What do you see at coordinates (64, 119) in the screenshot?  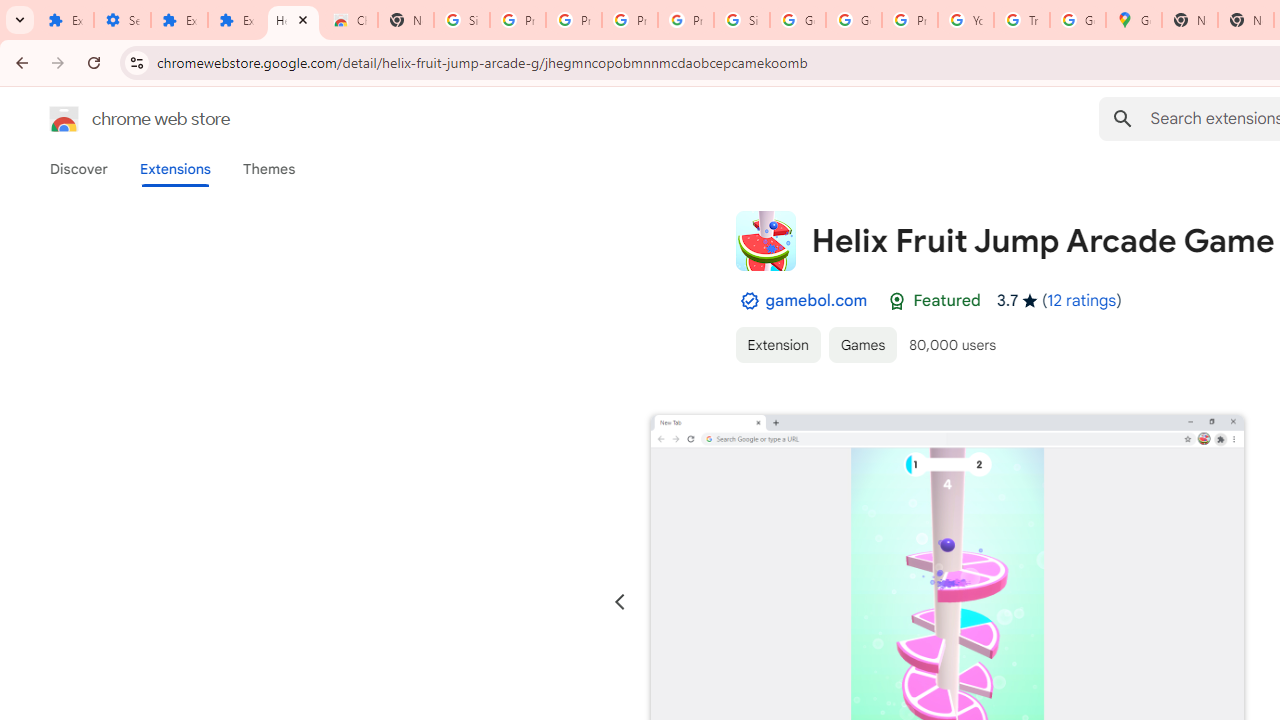 I see `'Chrome Web Store logo'` at bounding box center [64, 119].